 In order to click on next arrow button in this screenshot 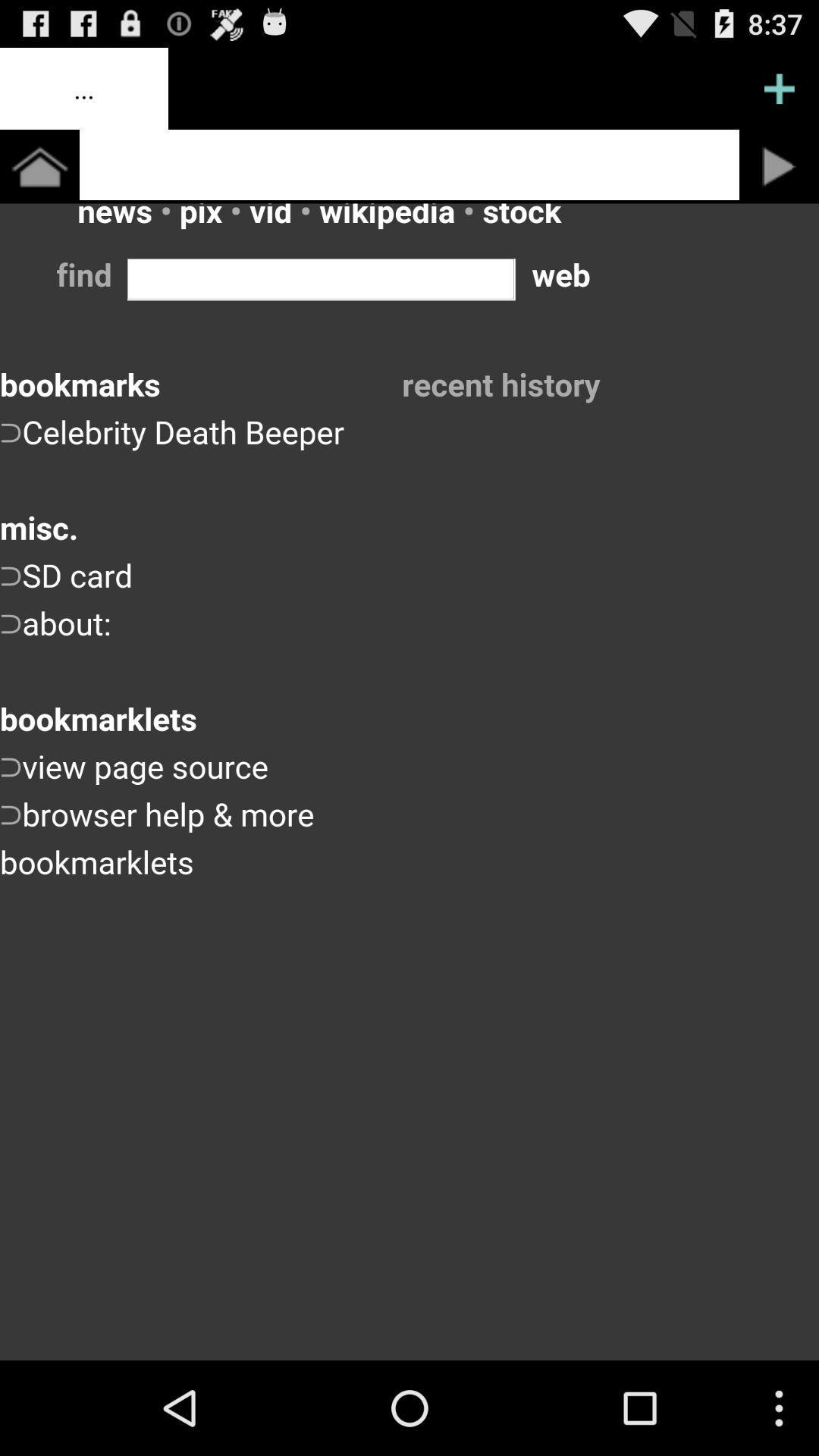, I will do `click(779, 166)`.